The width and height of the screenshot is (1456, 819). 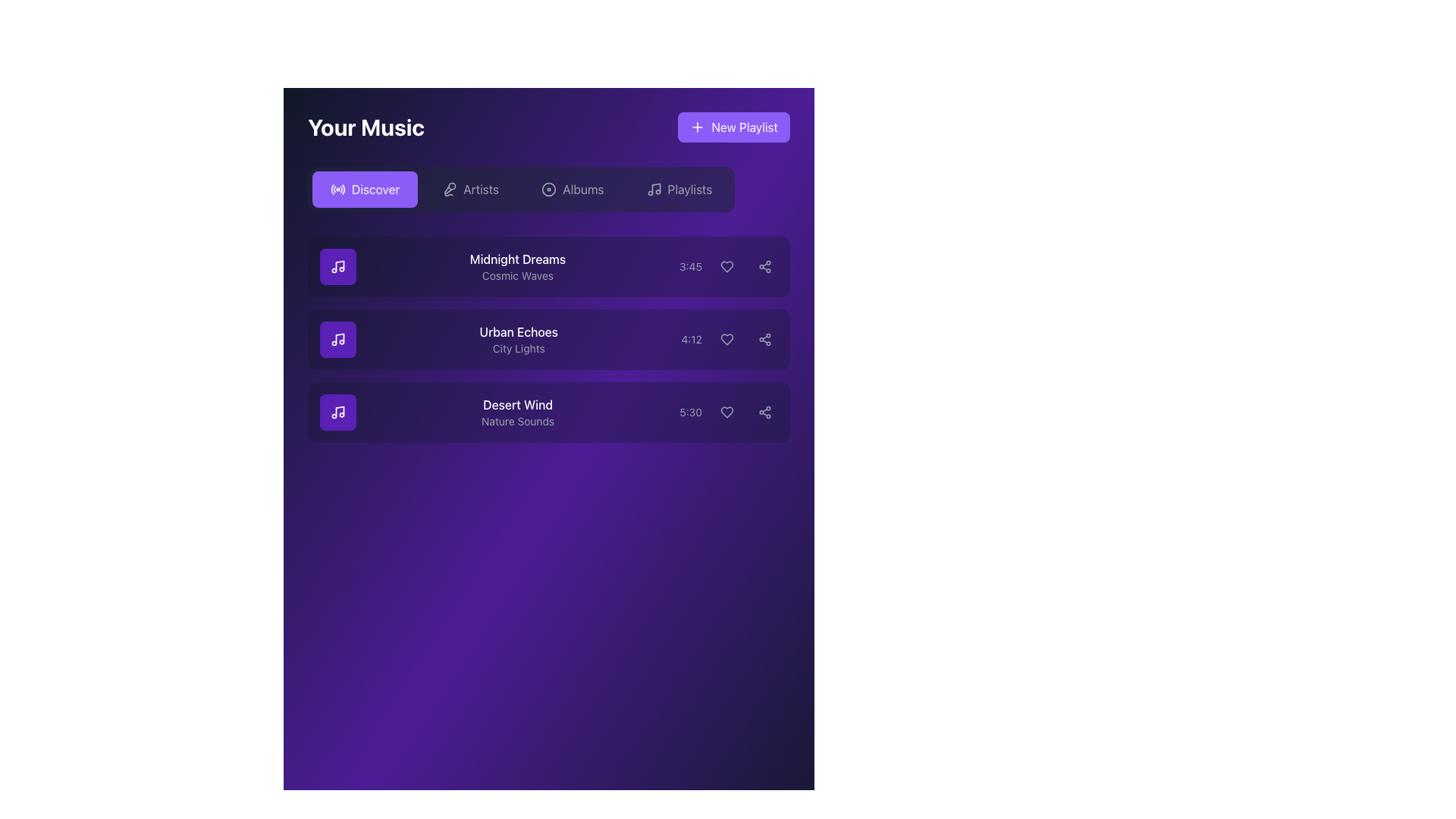 What do you see at coordinates (730, 338) in the screenshot?
I see `the heart-shaped button located next to the duration display '4:12' to mark it as favorite` at bounding box center [730, 338].